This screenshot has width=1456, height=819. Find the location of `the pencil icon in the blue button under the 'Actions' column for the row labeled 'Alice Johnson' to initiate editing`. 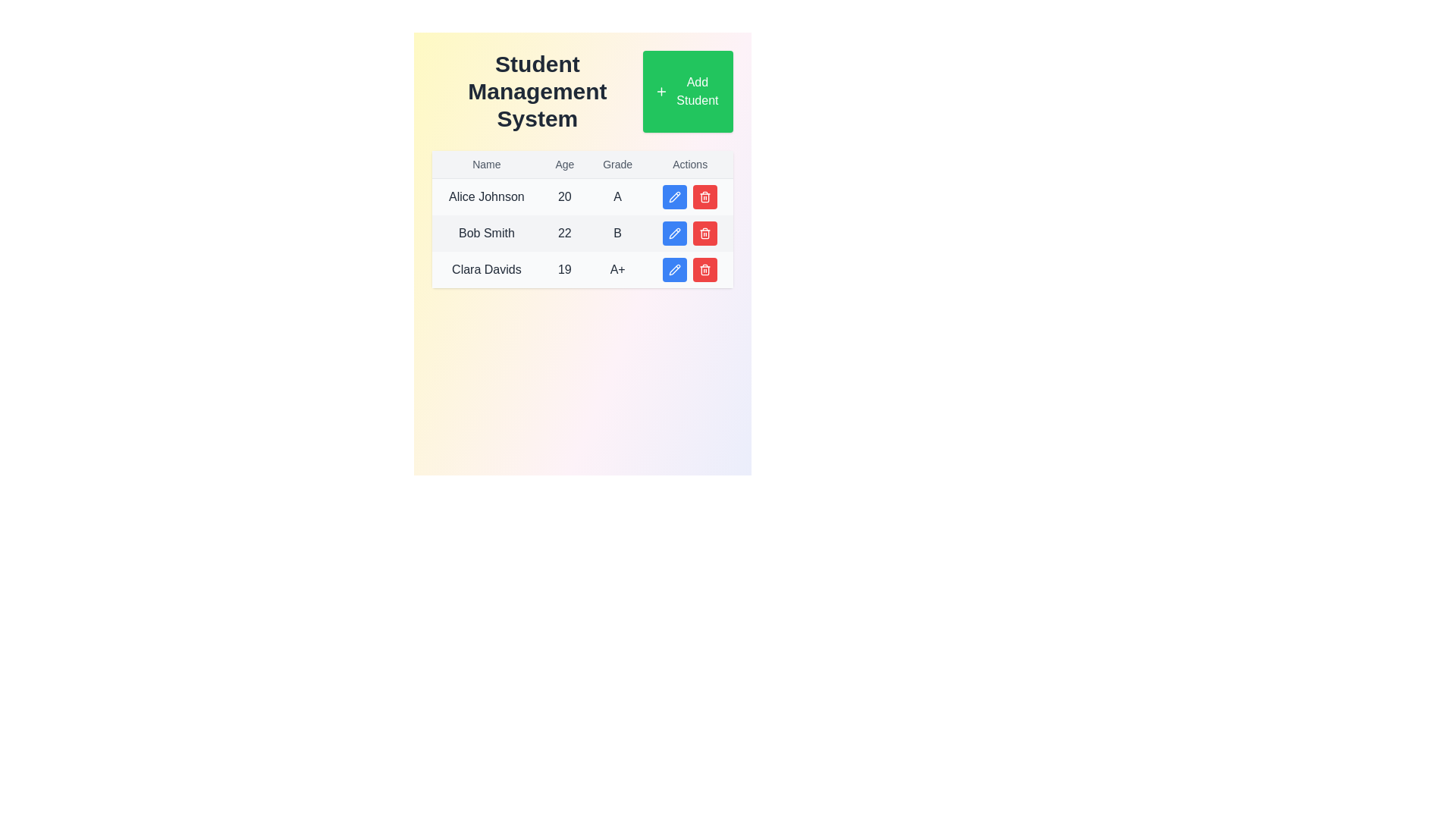

the pencil icon in the blue button under the 'Actions' column for the row labeled 'Alice Johnson' to initiate editing is located at coordinates (674, 196).